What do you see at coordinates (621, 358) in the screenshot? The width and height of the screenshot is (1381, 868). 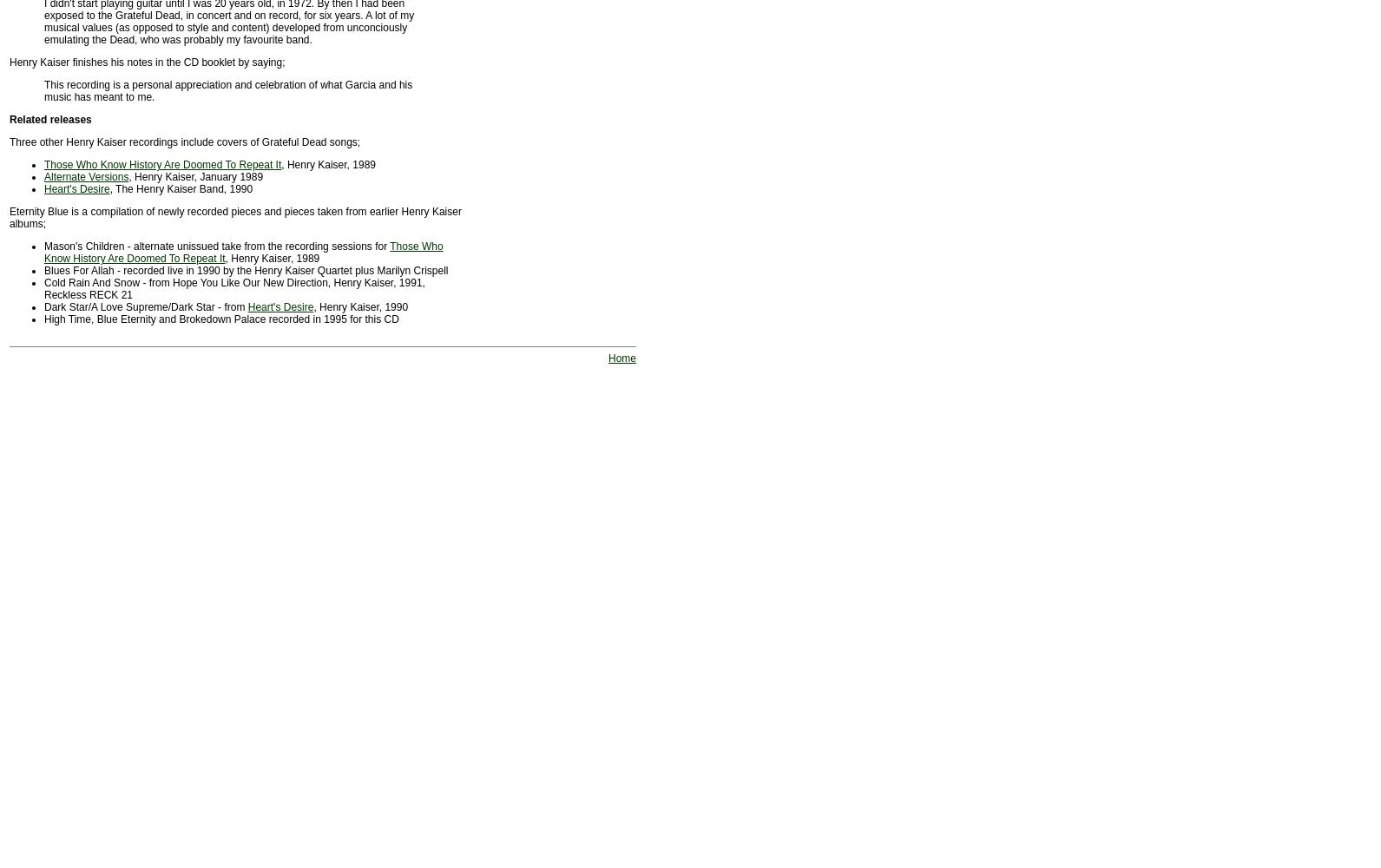 I see `'Home'` at bounding box center [621, 358].